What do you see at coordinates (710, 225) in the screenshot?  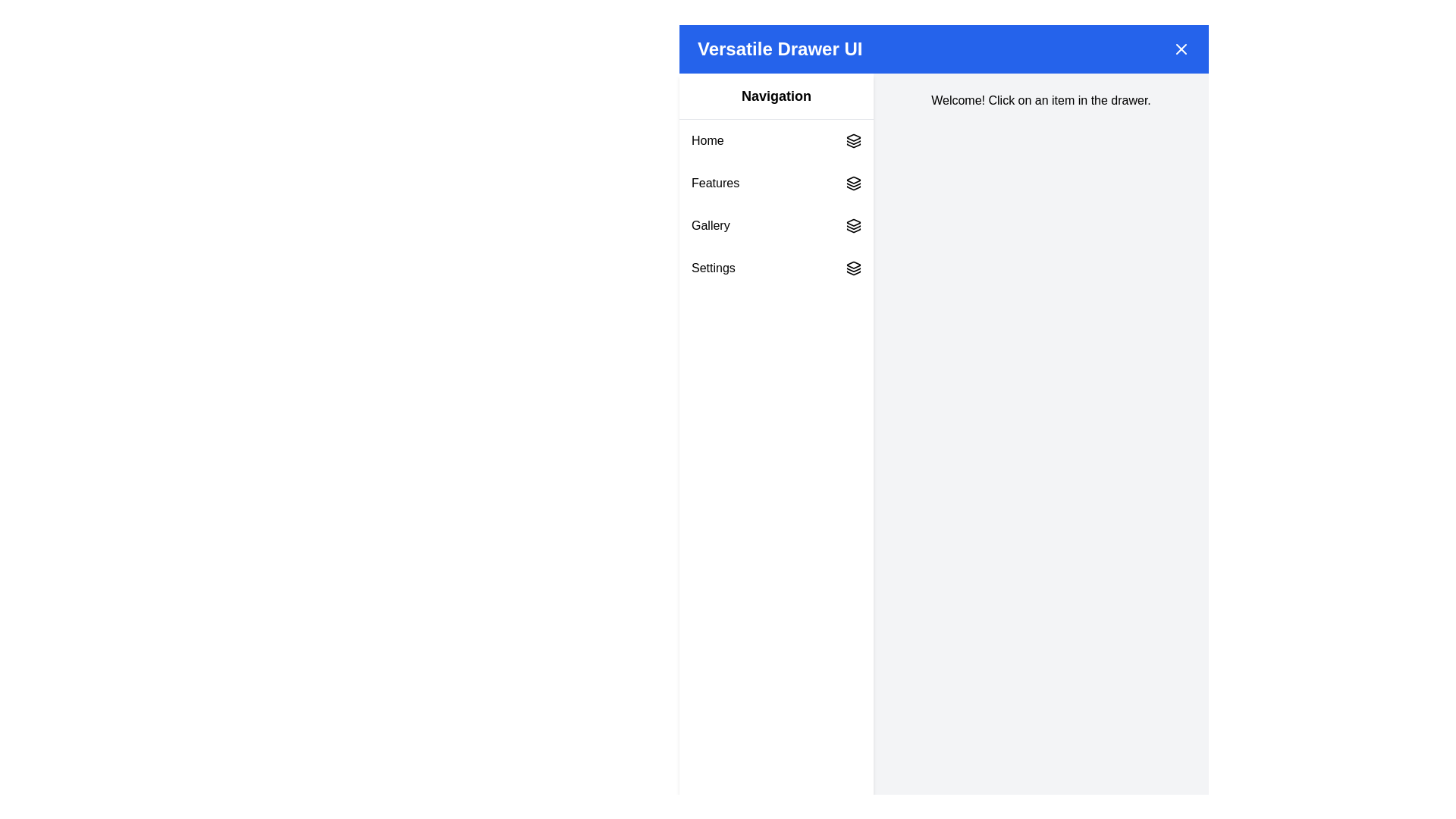 I see `the 'Gallery' text label in the vertical navigation menu` at bounding box center [710, 225].